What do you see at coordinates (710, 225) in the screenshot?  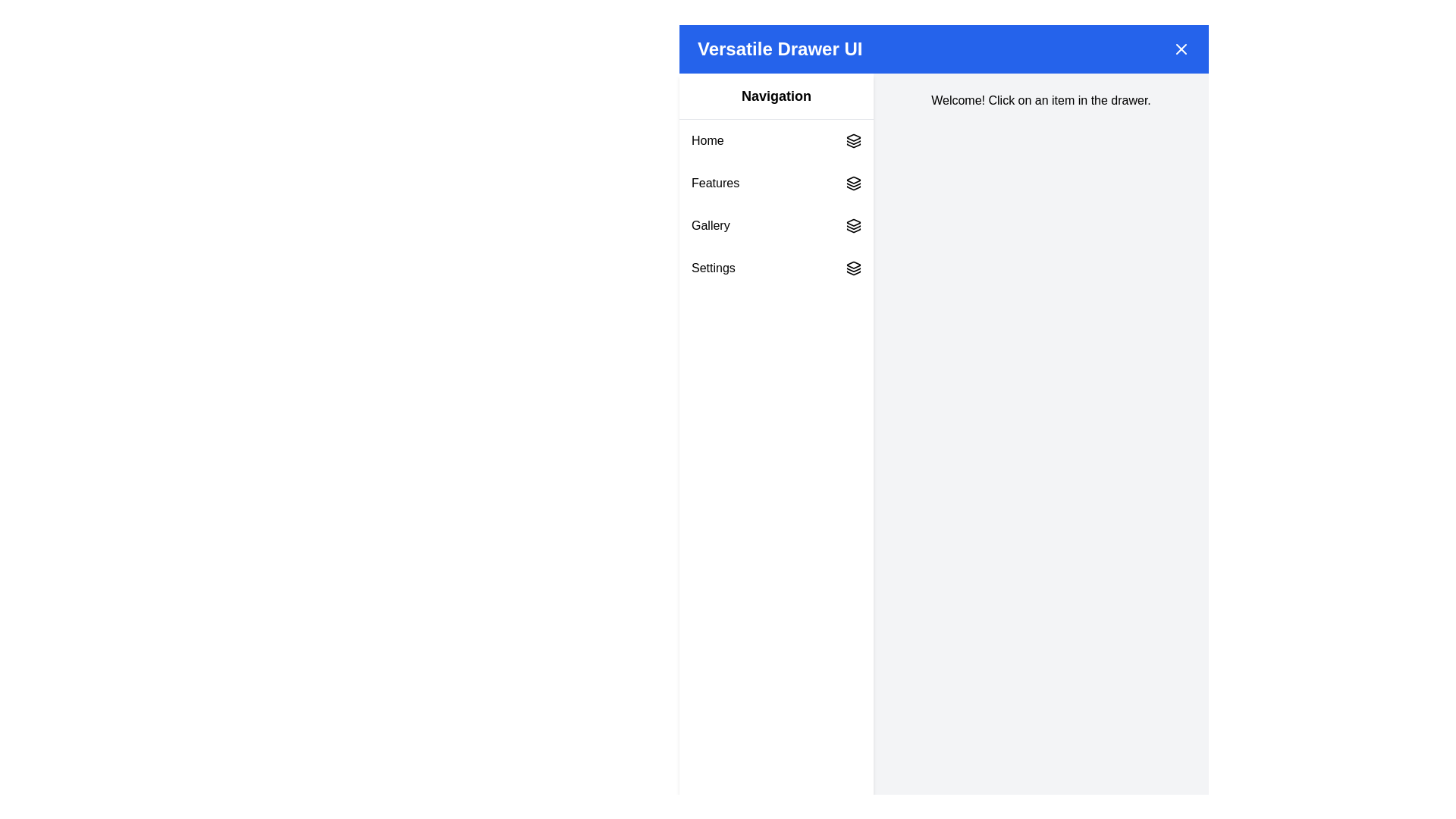 I see `the 'Gallery' text label in the vertical navigation menu` at bounding box center [710, 225].